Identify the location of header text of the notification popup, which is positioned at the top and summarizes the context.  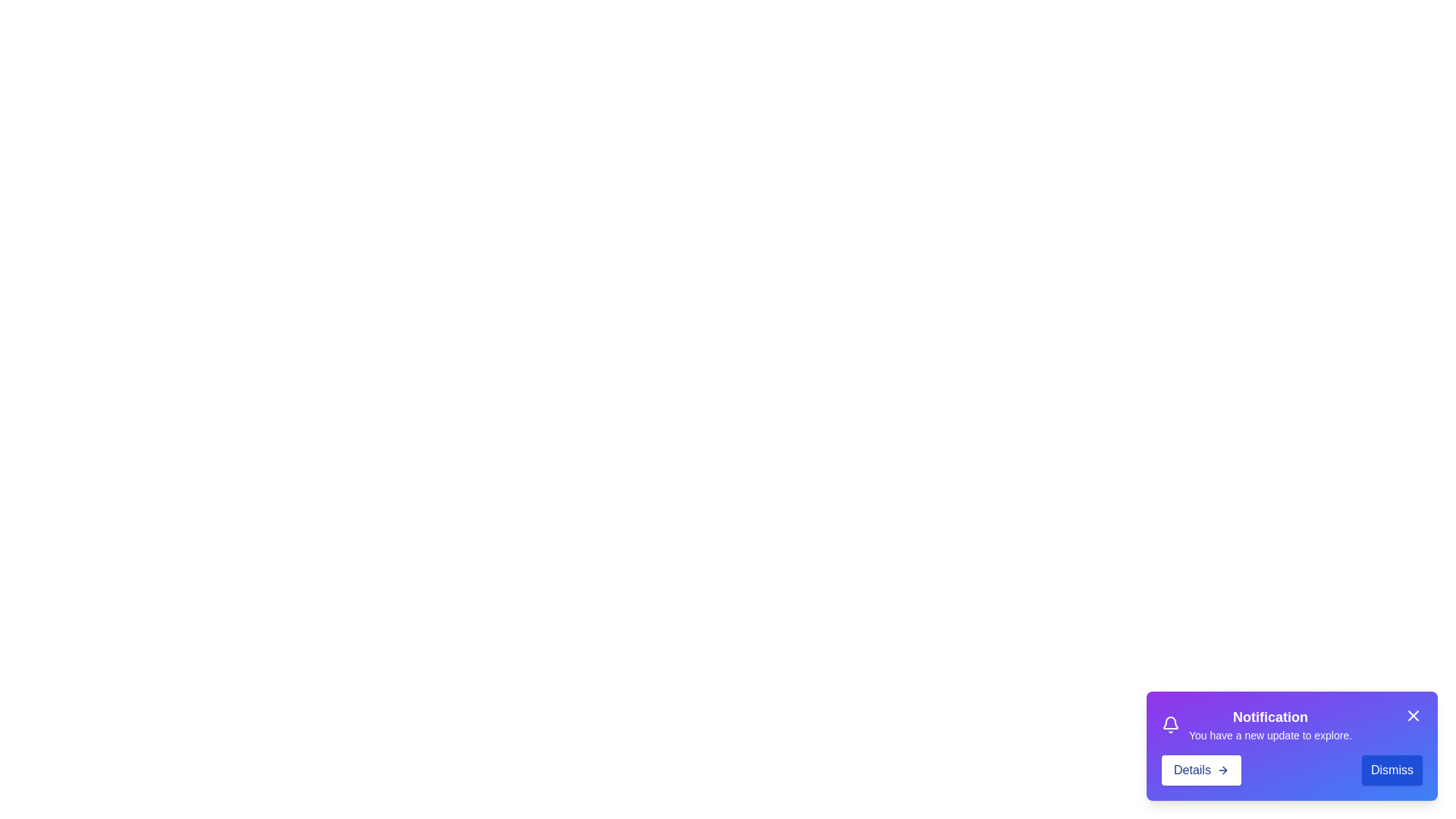
(1270, 717).